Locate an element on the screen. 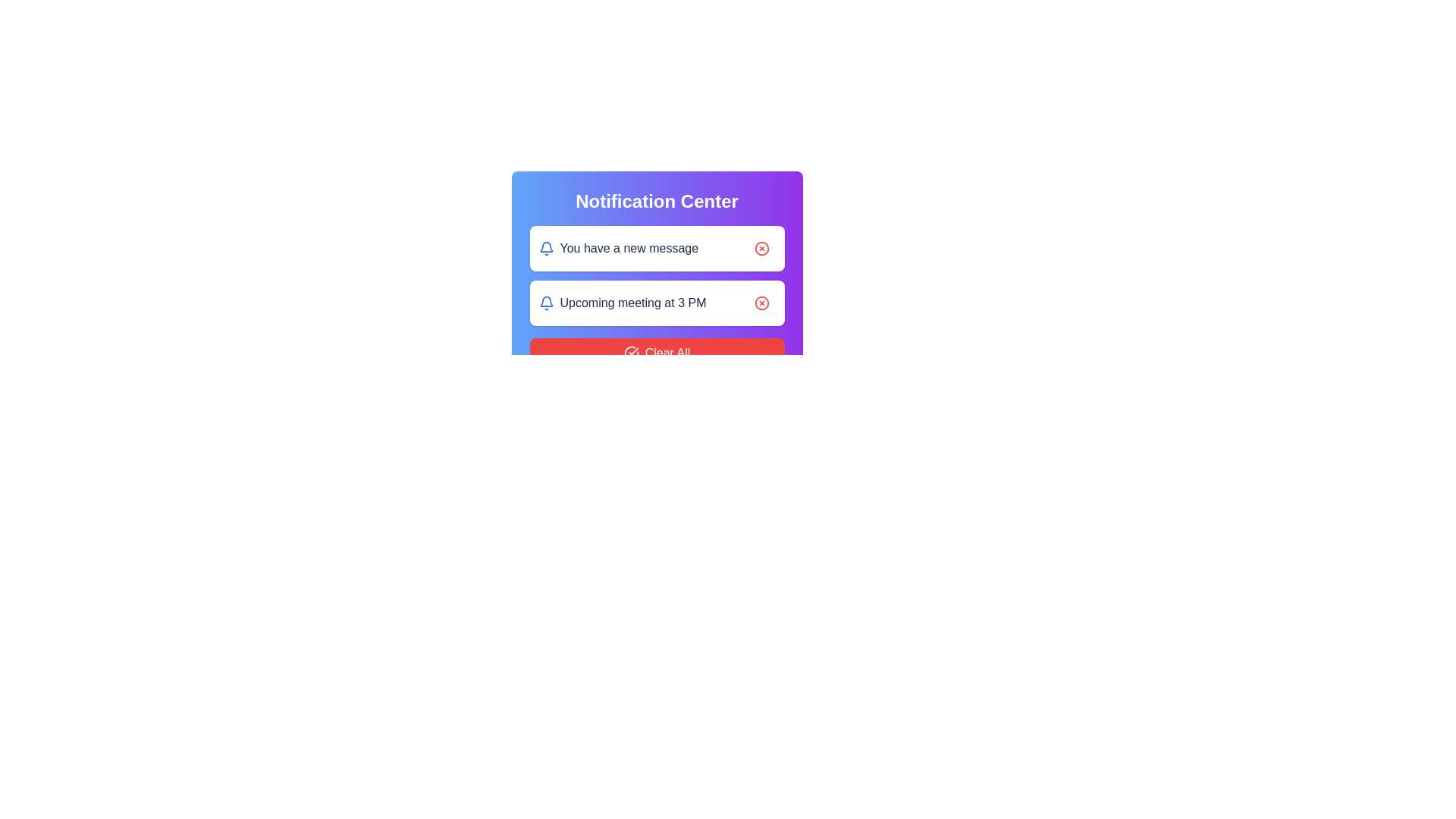 The image size is (1456, 819). the close button icon located to the right of the text 'You have a new message' in the top notification of the notification center for possible visual feedback is located at coordinates (761, 247).